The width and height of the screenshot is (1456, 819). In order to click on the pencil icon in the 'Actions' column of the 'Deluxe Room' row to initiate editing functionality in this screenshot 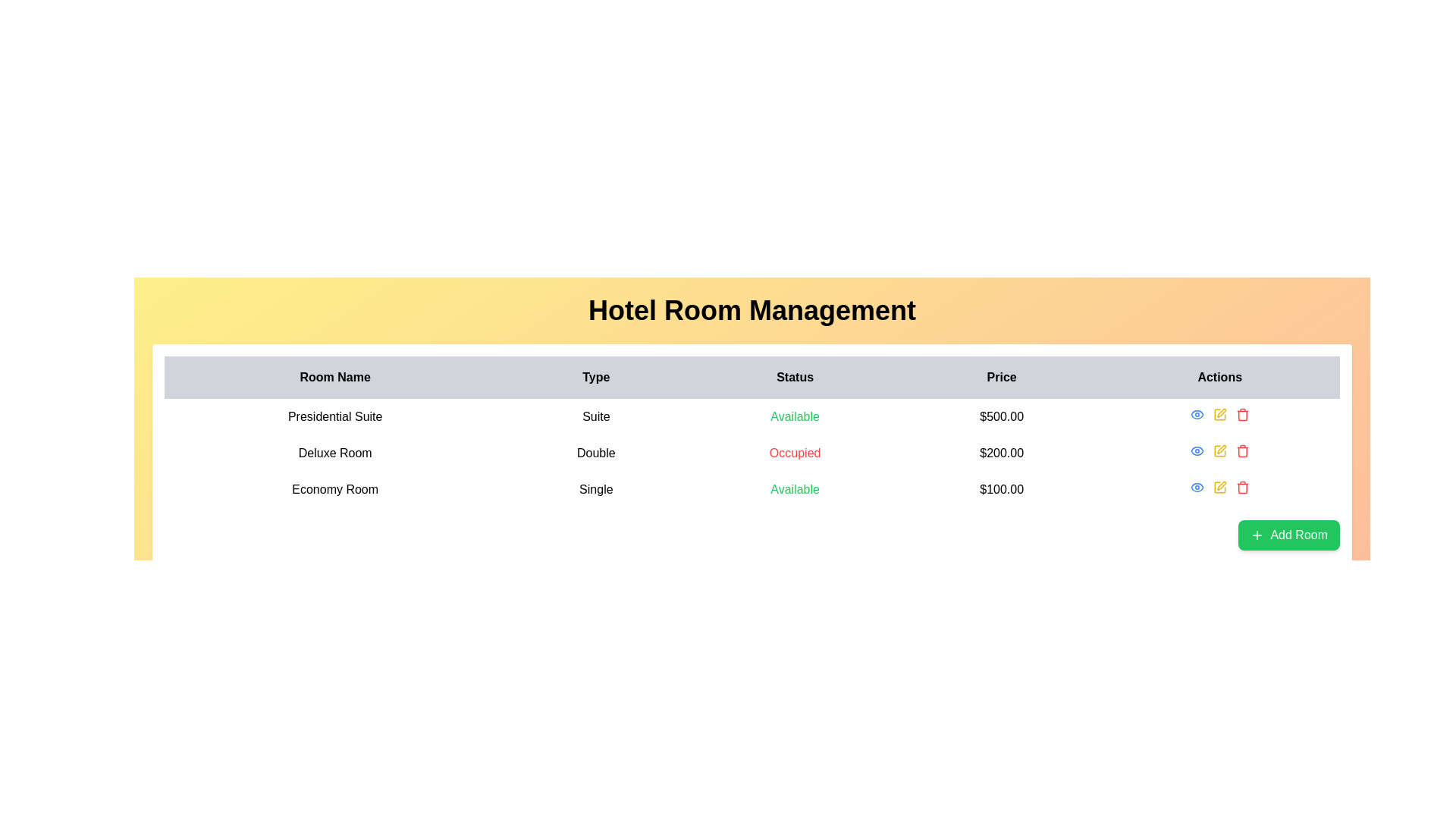, I will do `click(1219, 450)`.